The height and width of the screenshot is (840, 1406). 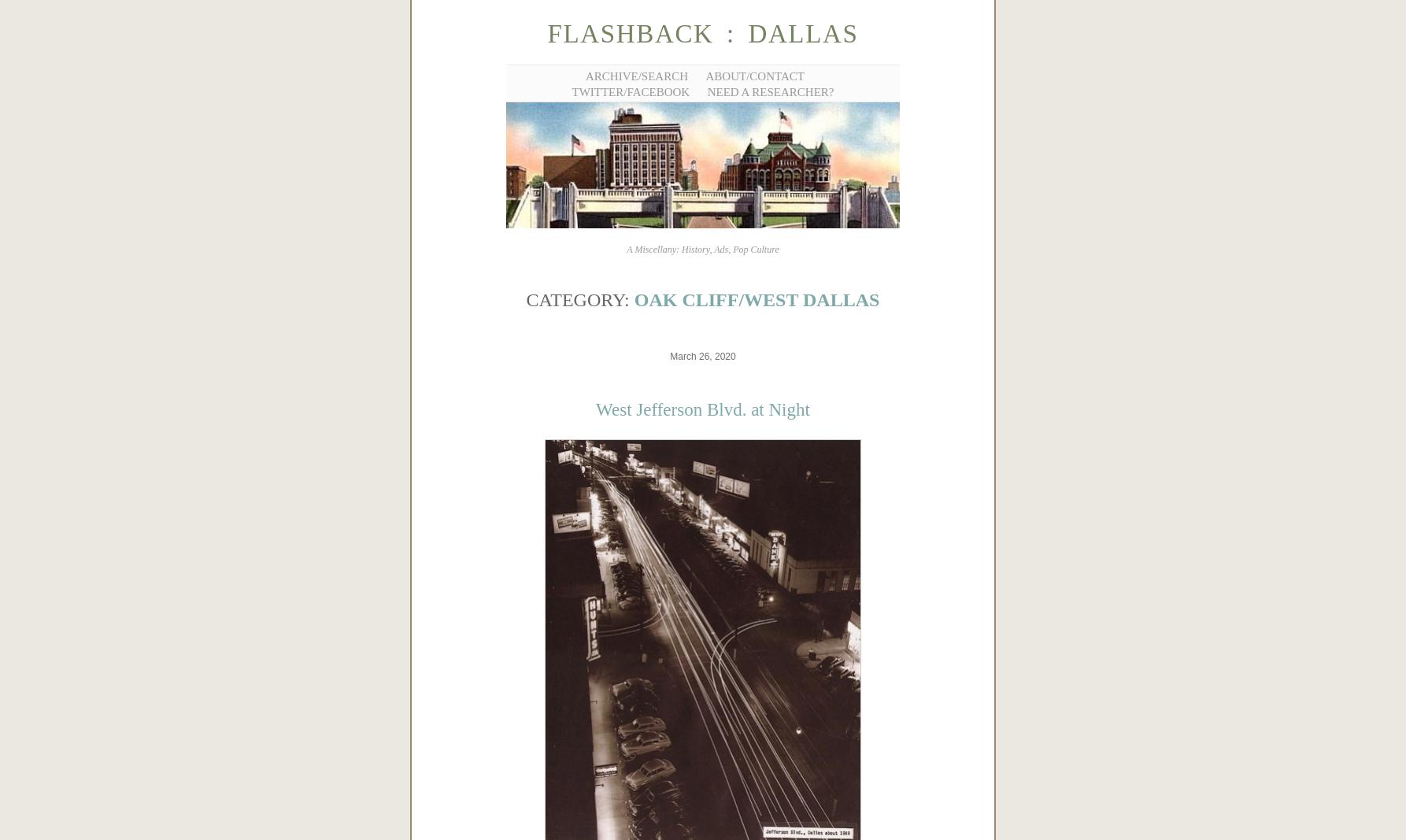 I want to click on 'About/Contact', so click(x=754, y=75).